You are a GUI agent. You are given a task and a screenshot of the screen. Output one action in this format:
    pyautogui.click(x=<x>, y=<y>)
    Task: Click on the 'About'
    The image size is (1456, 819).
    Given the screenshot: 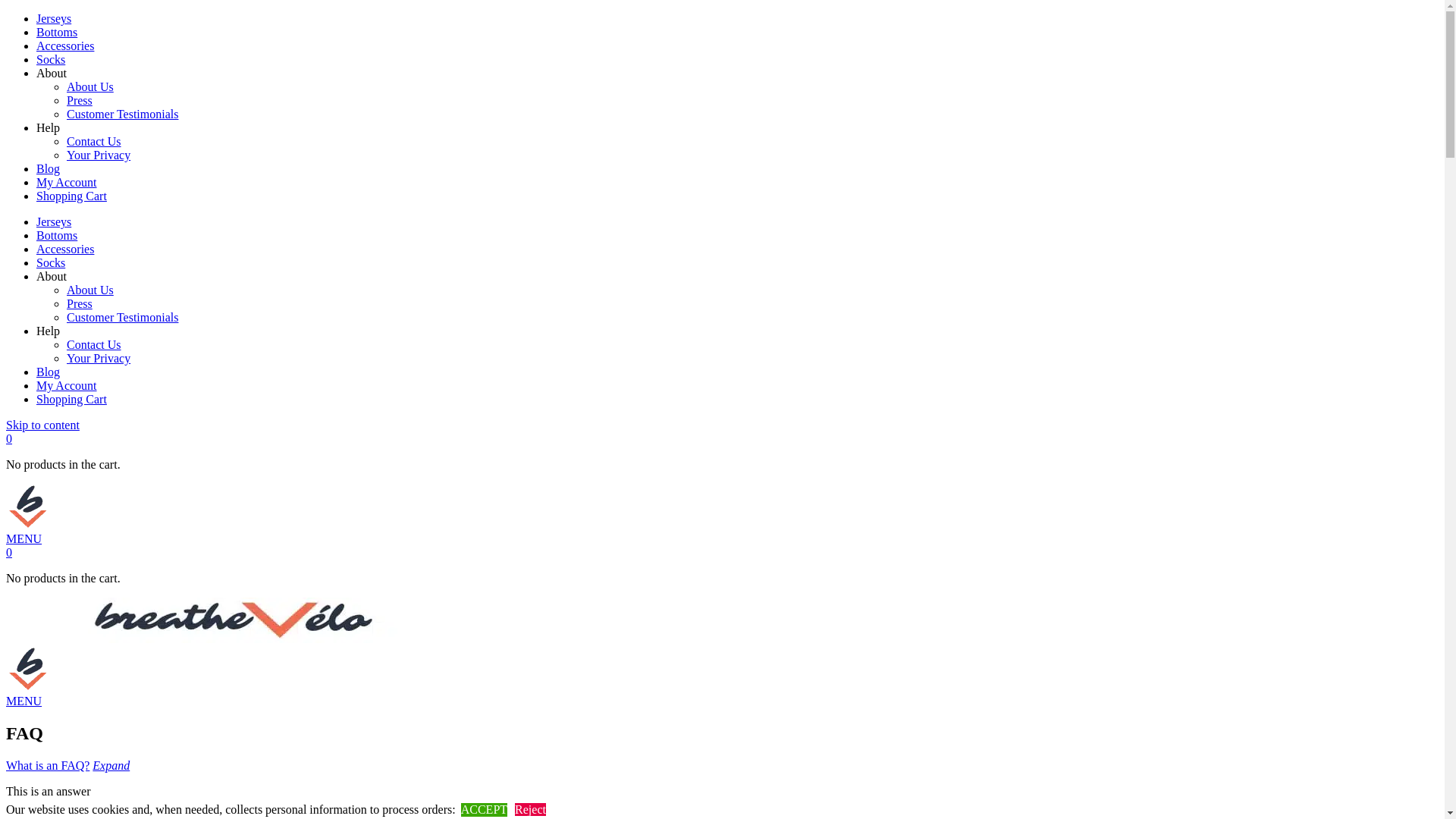 What is the action you would take?
    pyautogui.click(x=51, y=276)
    